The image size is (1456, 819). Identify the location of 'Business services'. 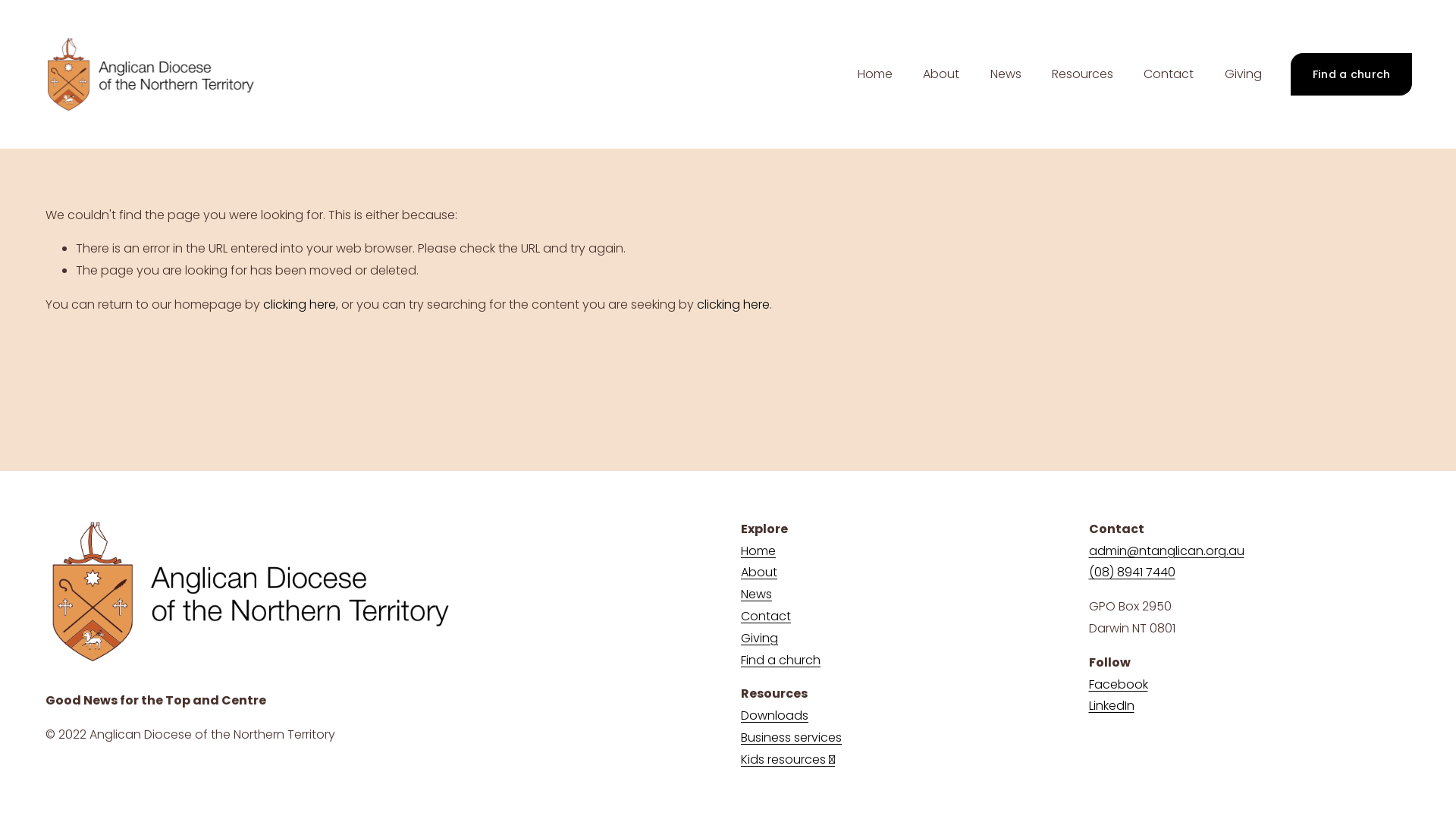
(790, 737).